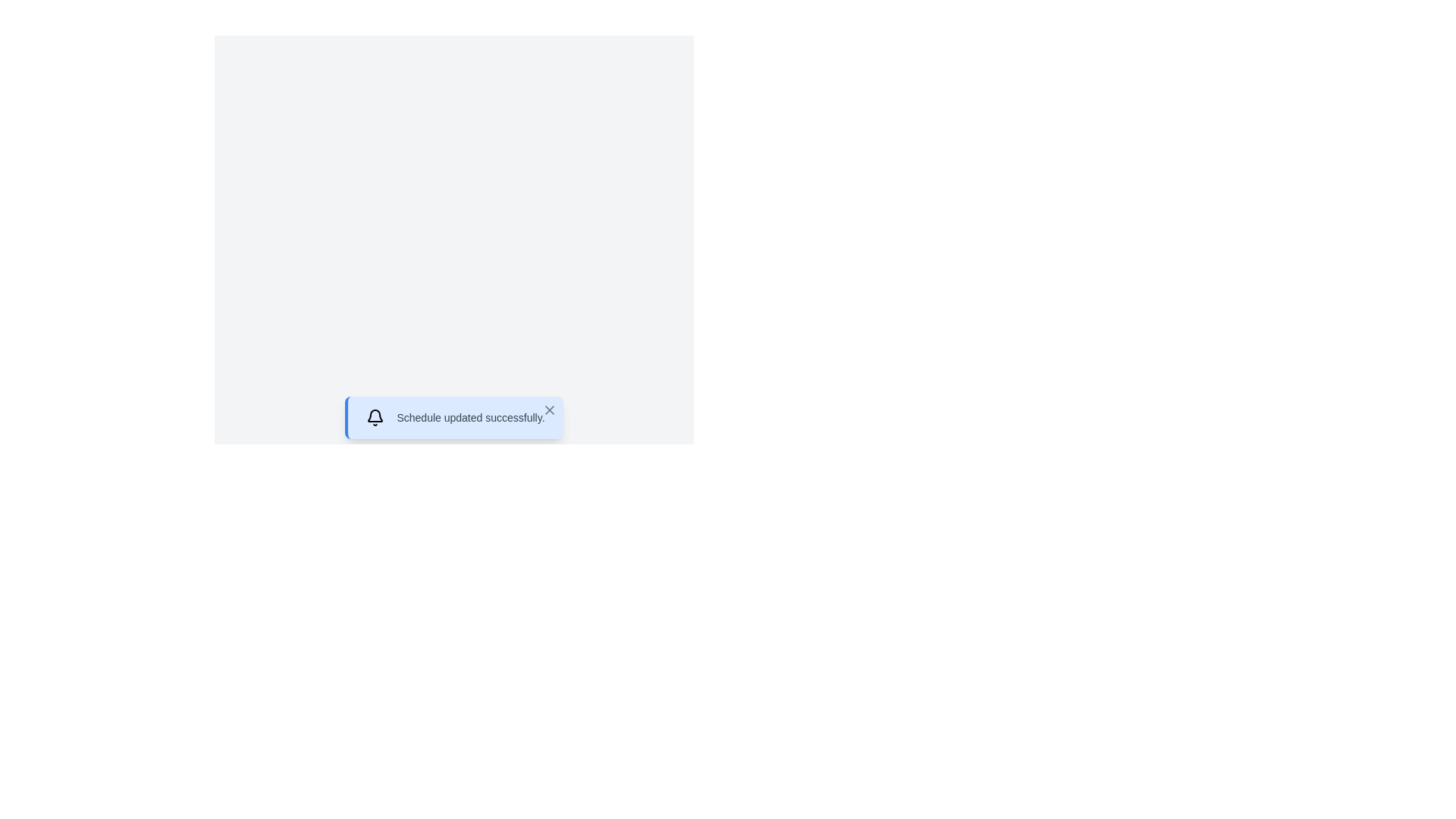 The height and width of the screenshot is (819, 1456). Describe the element at coordinates (548, 409) in the screenshot. I see `the close button of the alert to dismiss it` at that location.